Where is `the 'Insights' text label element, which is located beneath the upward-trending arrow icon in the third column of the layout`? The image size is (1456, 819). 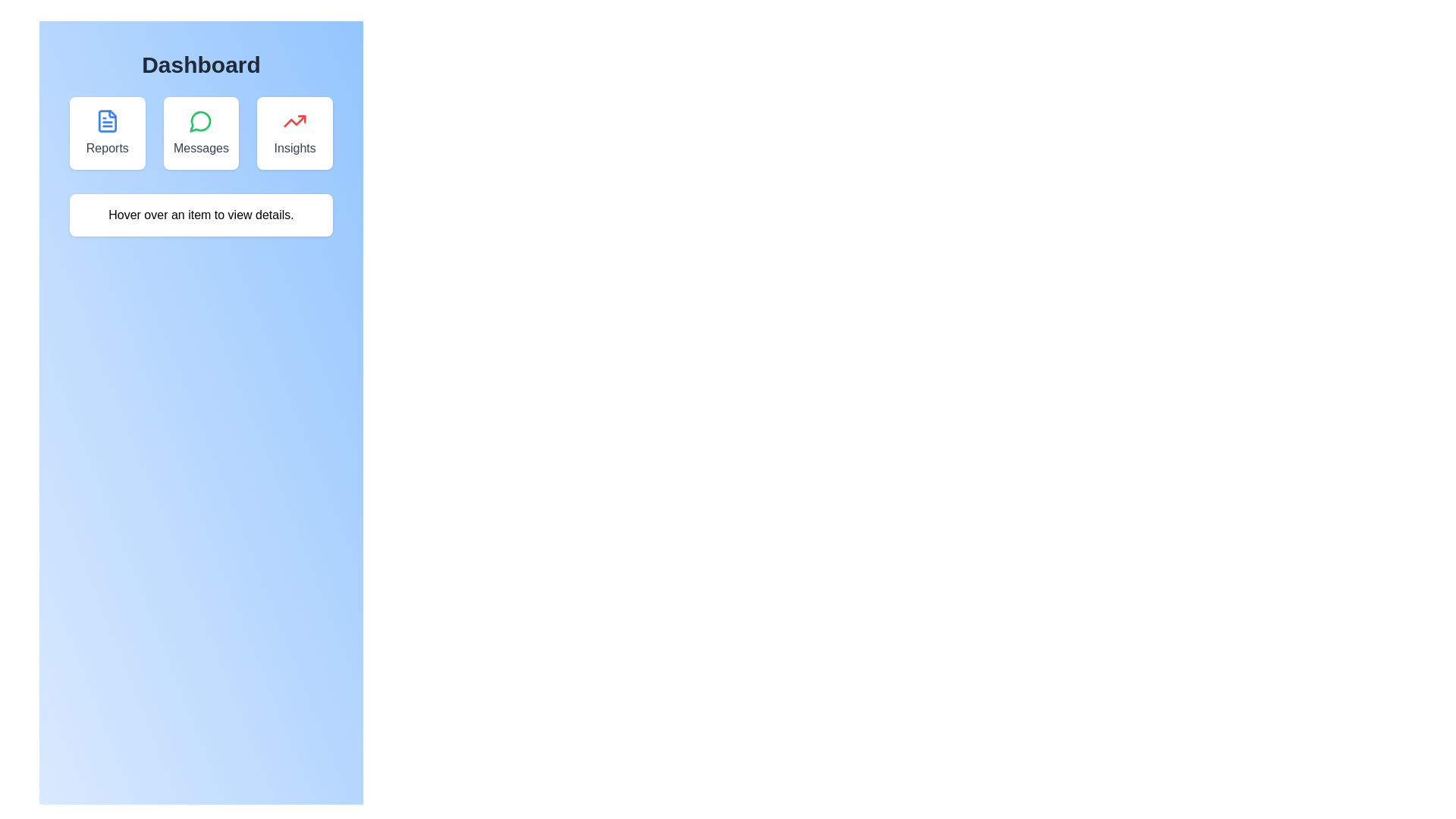 the 'Insights' text label element, which is located beneath the upward-trending arrow icon in the third column of the layout is located at coordinates (295, 149).